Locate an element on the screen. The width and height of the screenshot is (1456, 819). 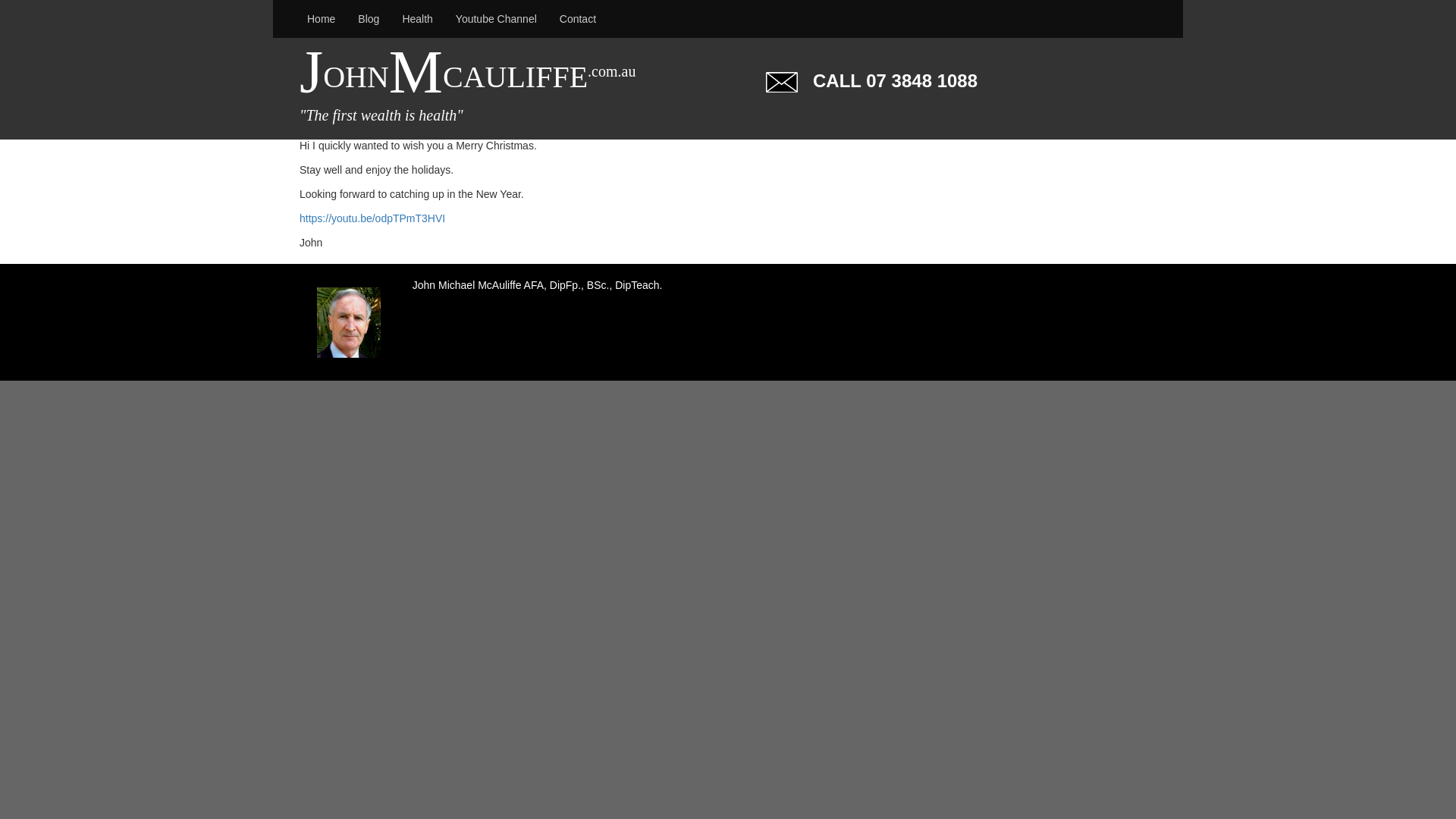
'Health' is located at coordinates (417, 18).